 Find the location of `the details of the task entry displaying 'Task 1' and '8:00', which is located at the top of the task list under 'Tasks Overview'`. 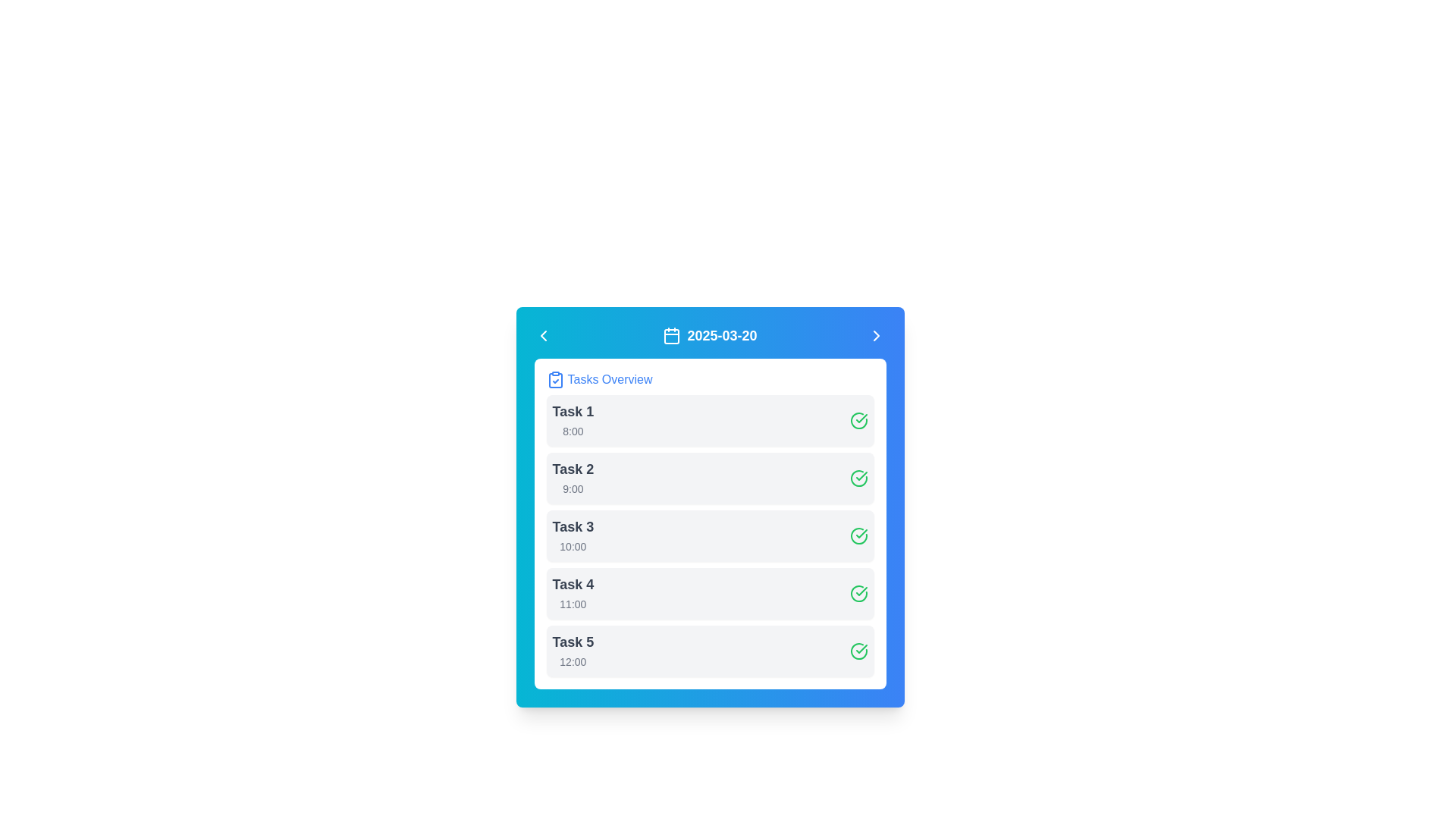

the details of the task entry displaying 'Task 1' and '8:00', which is located at the top of the task list under 'Tasks Overview' is located at coordinates (572, 421).